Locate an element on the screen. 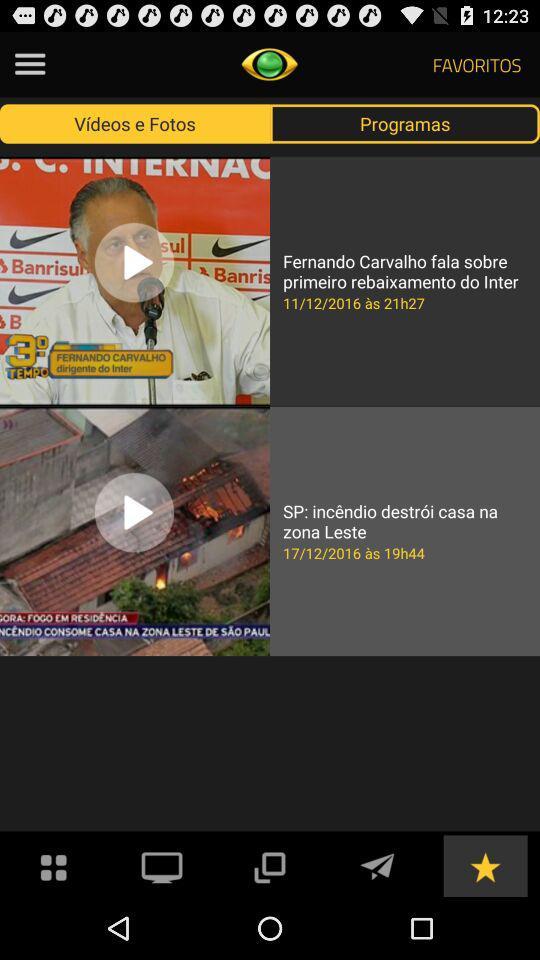 This screenshot has width=540, height=960. write an email or send an email is located at coordinates (377, 864).